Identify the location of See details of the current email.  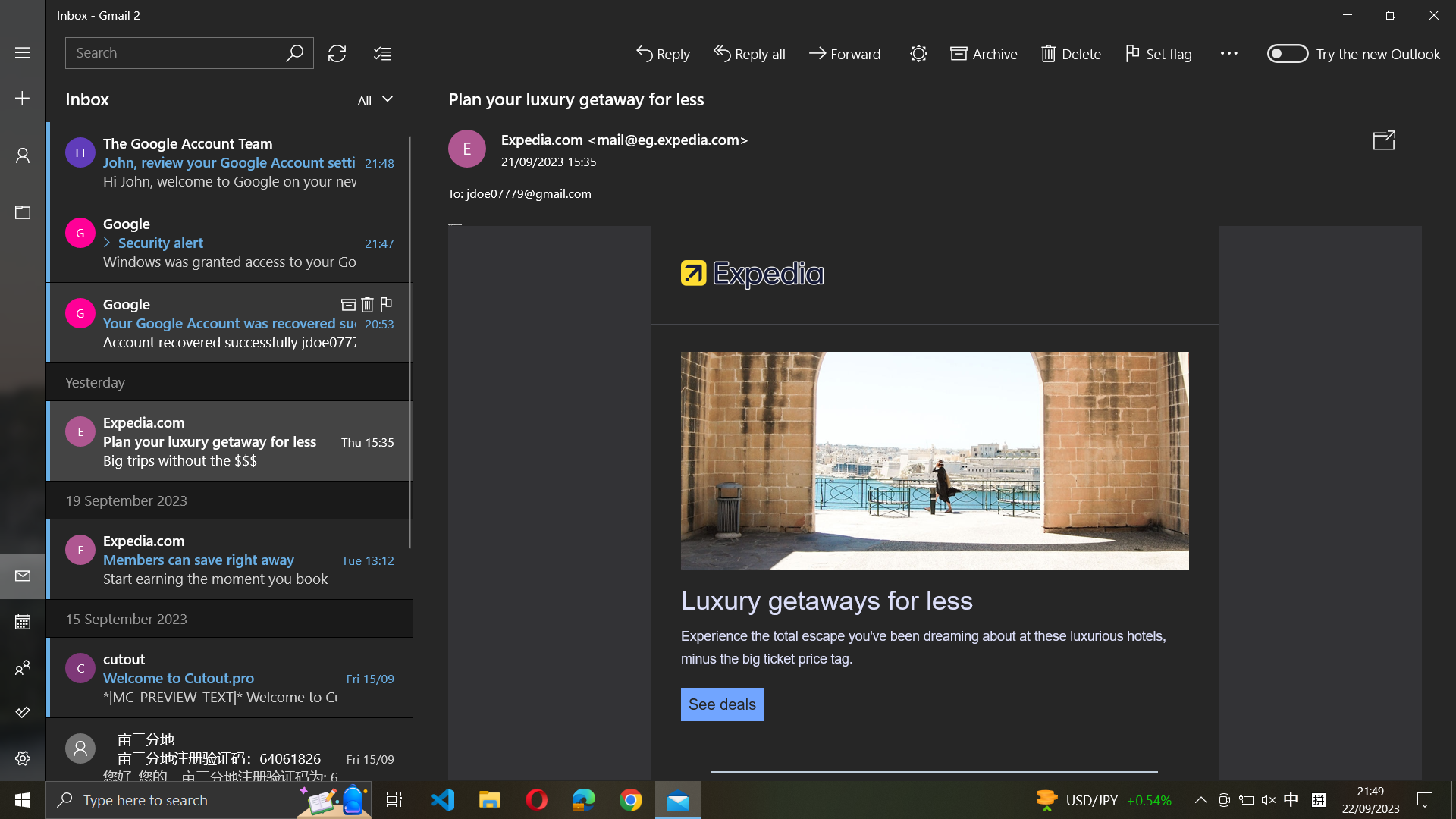
(721, 703).